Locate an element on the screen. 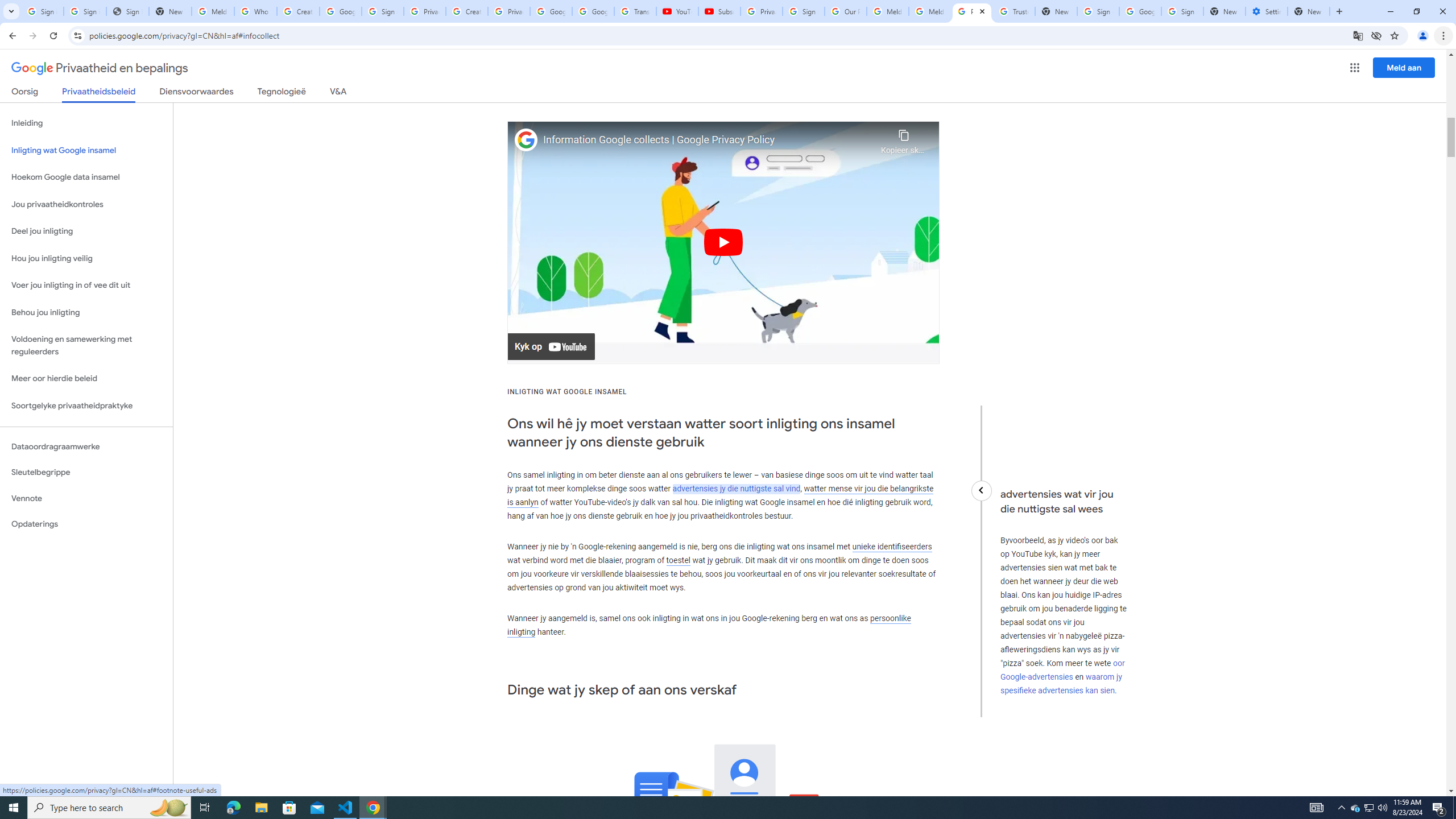 Image resolution: width=1456 pixels, height=819 pixels. 'Oorsig' is located at coordinates (25, 93).